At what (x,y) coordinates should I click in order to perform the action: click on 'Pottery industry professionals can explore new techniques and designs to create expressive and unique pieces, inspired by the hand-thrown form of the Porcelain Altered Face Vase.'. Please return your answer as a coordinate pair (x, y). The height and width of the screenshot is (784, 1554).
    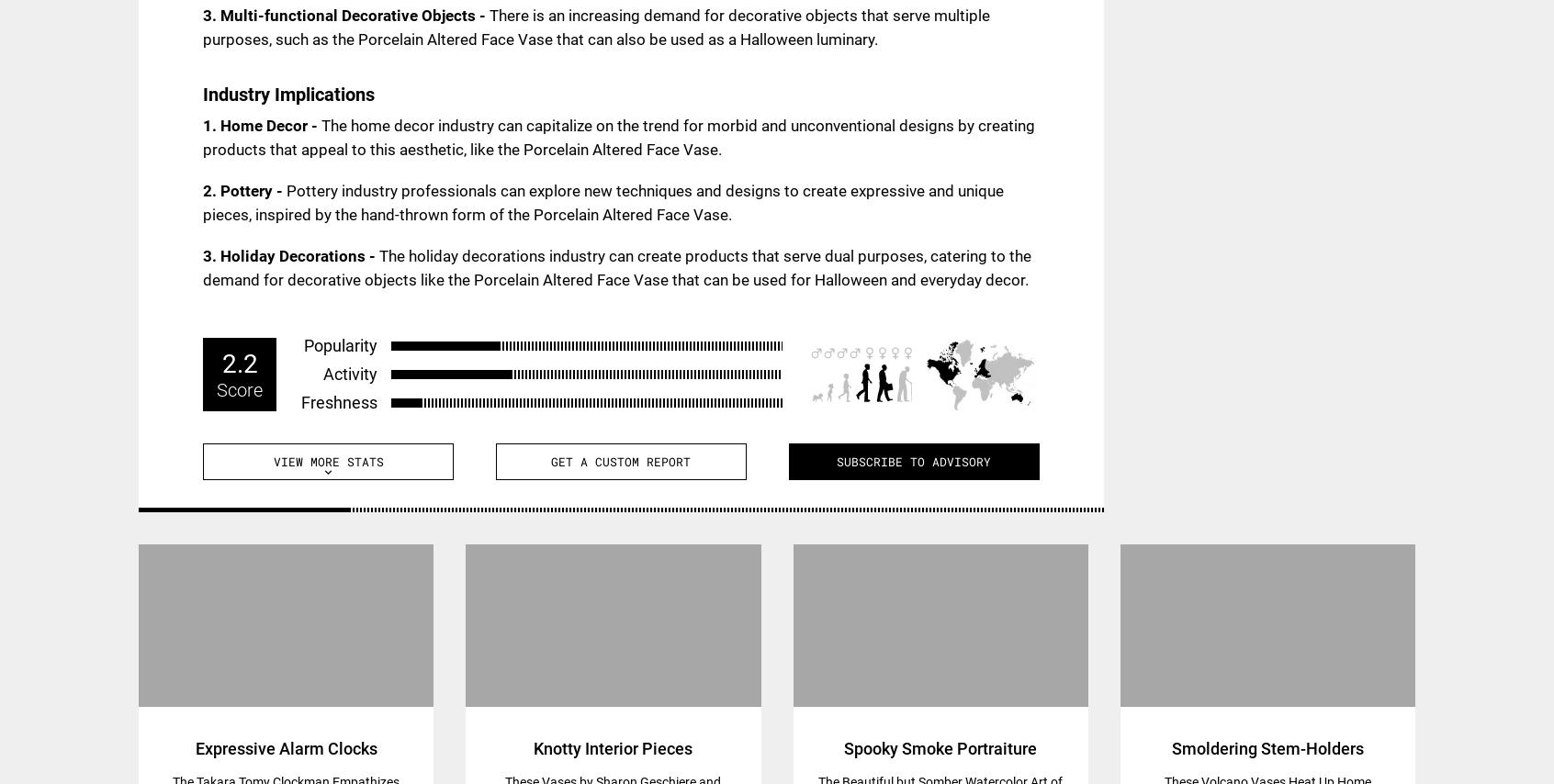
    Looking at the image, I should click on (202, 202).